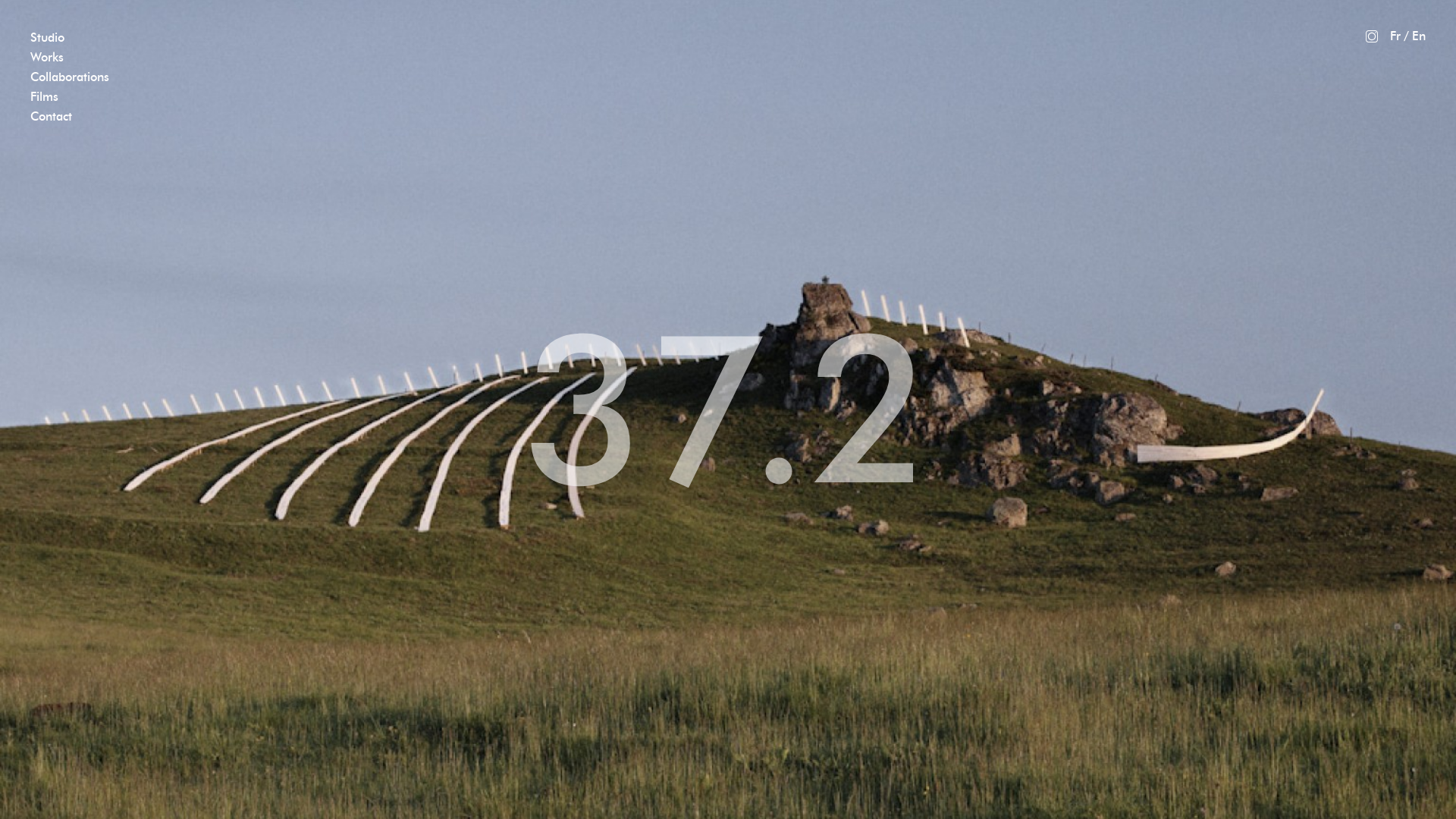  I want to click on 'Contact', so click(30, 116).